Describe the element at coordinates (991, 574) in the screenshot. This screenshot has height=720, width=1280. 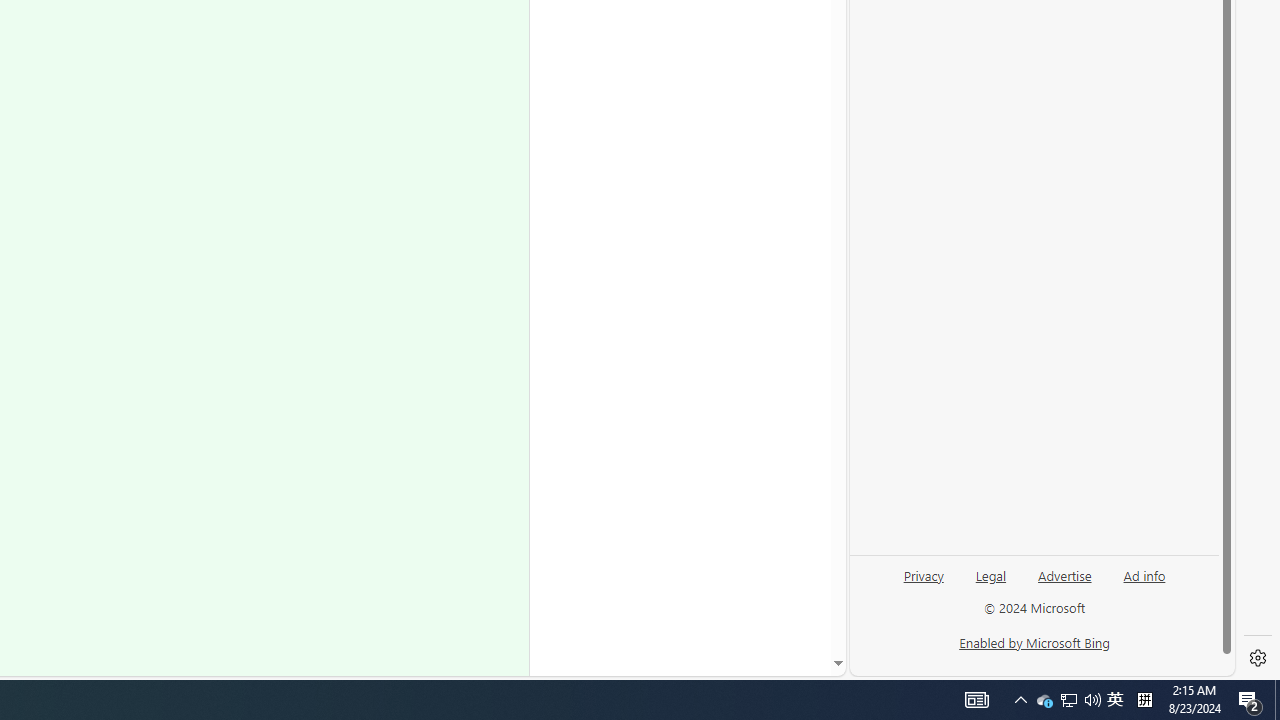
I see `'Legal'` at that location.